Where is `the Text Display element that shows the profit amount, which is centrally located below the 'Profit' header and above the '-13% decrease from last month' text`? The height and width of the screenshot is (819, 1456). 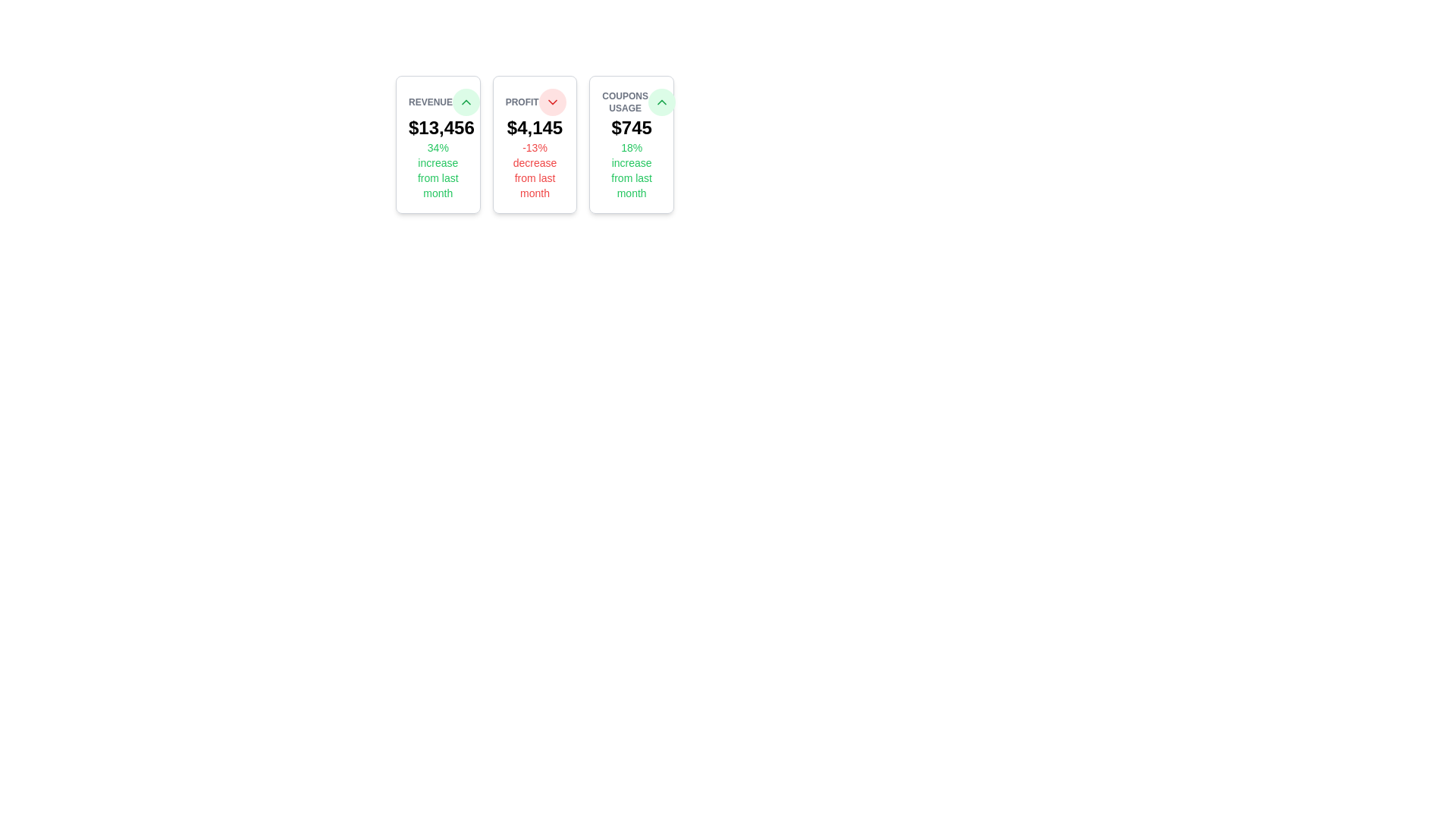 the Text Display element that shows the profit amount, which is centrally located below the 'Profit' header and above the '-13% decrease from last month' text is located at coordinates (535, 127).